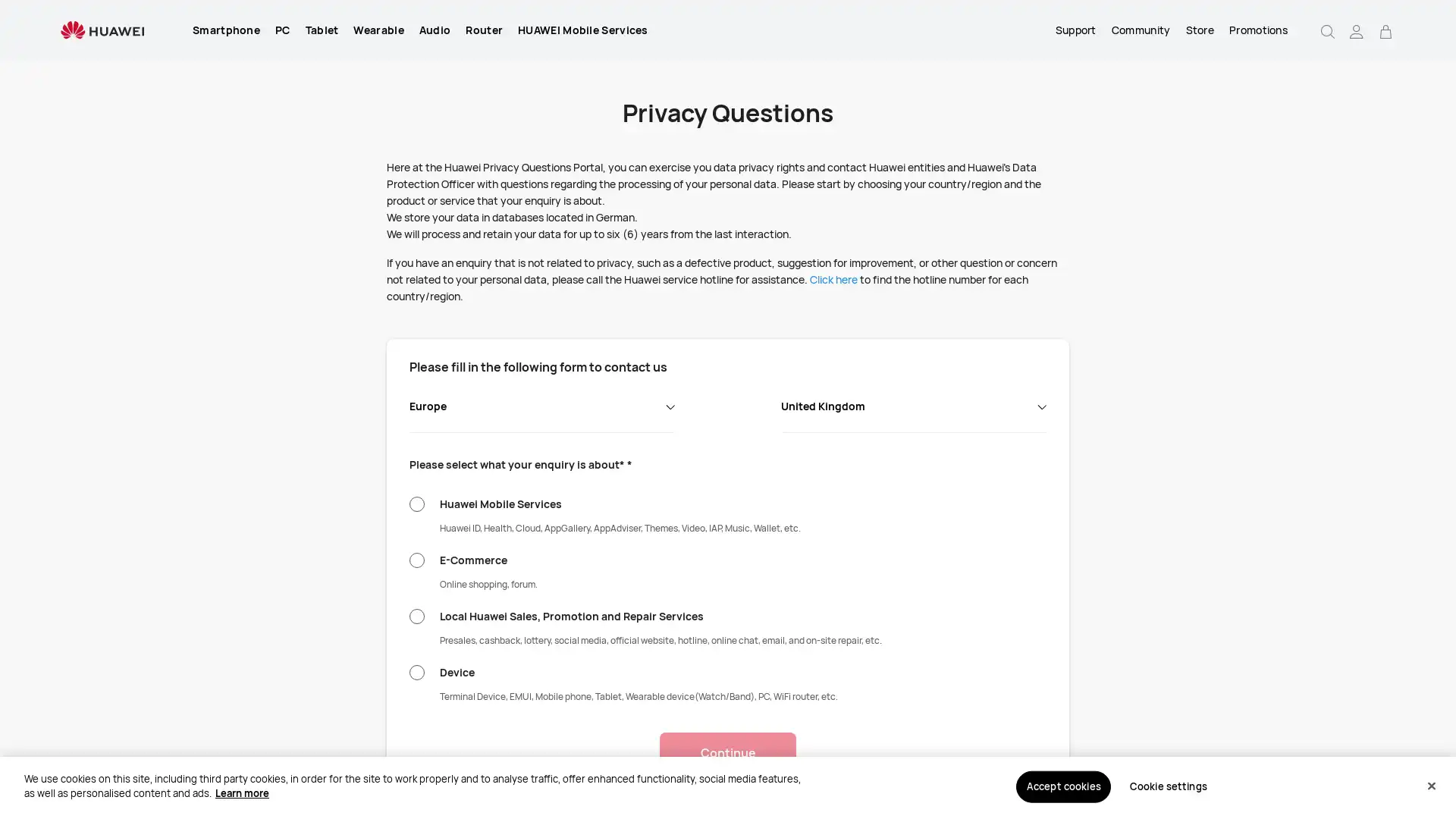 The width and height of the screenshot is (1456, 819). I want to click on Close, so click(1430, 785).